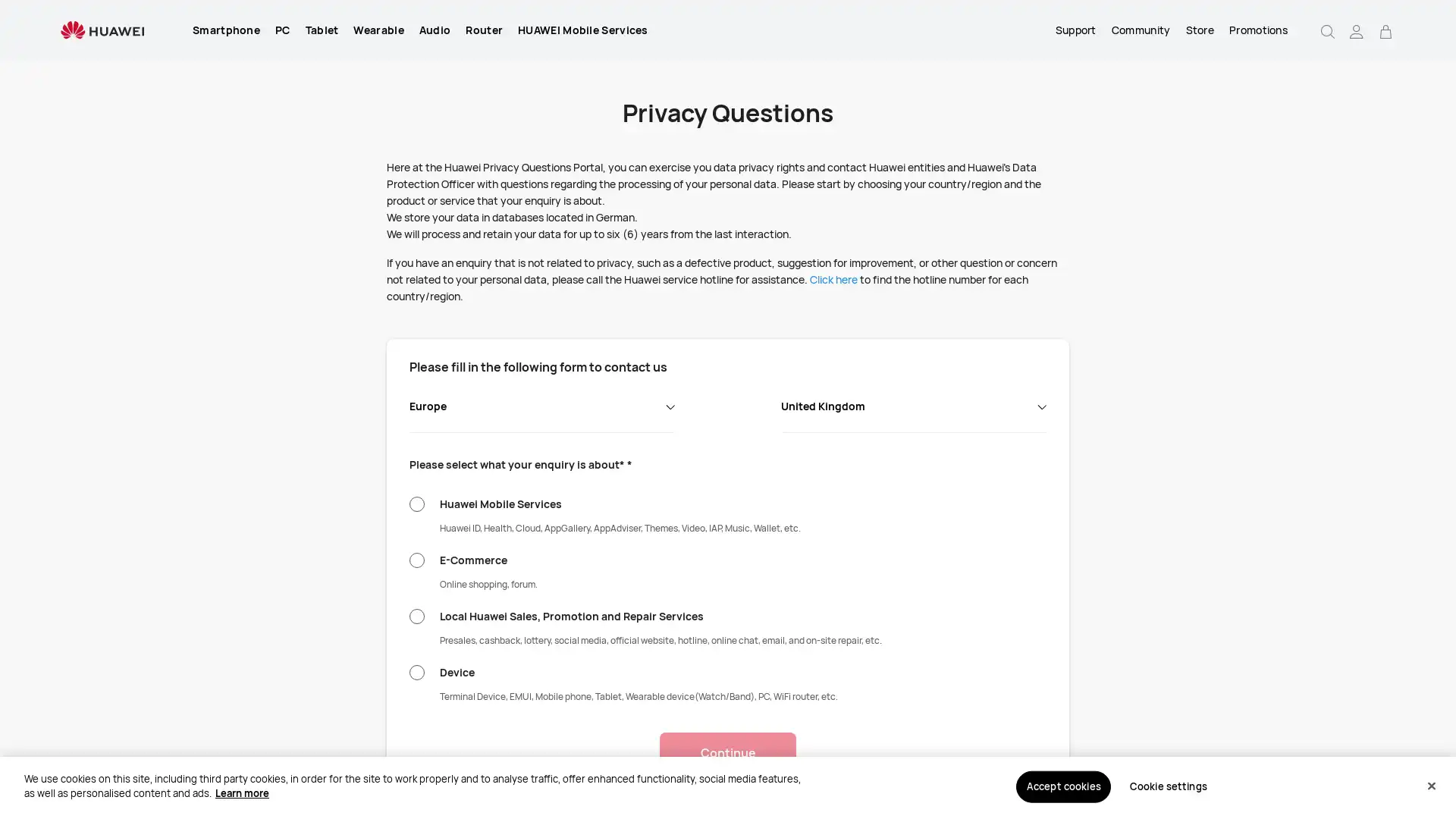 The width and height of the screenshot is (1456, 819). I want to click on Close, so click(1430, 785).